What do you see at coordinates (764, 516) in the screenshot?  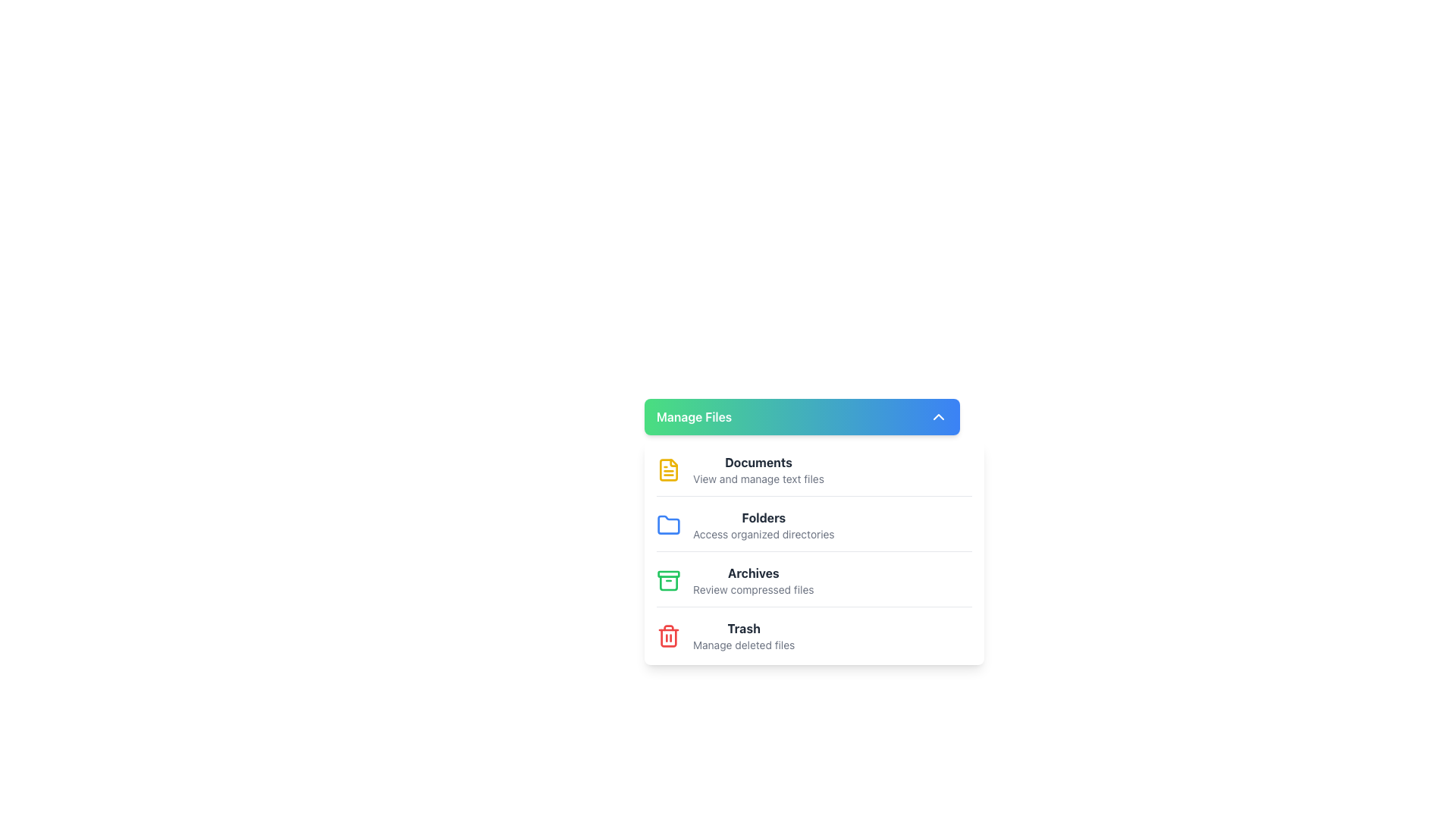 I see `the bold, dark-colored text label displaying 'Folders', which is the second item in the 'Manage Files' section, located above 'Access organized directories'` at bounding box center [764, 516].